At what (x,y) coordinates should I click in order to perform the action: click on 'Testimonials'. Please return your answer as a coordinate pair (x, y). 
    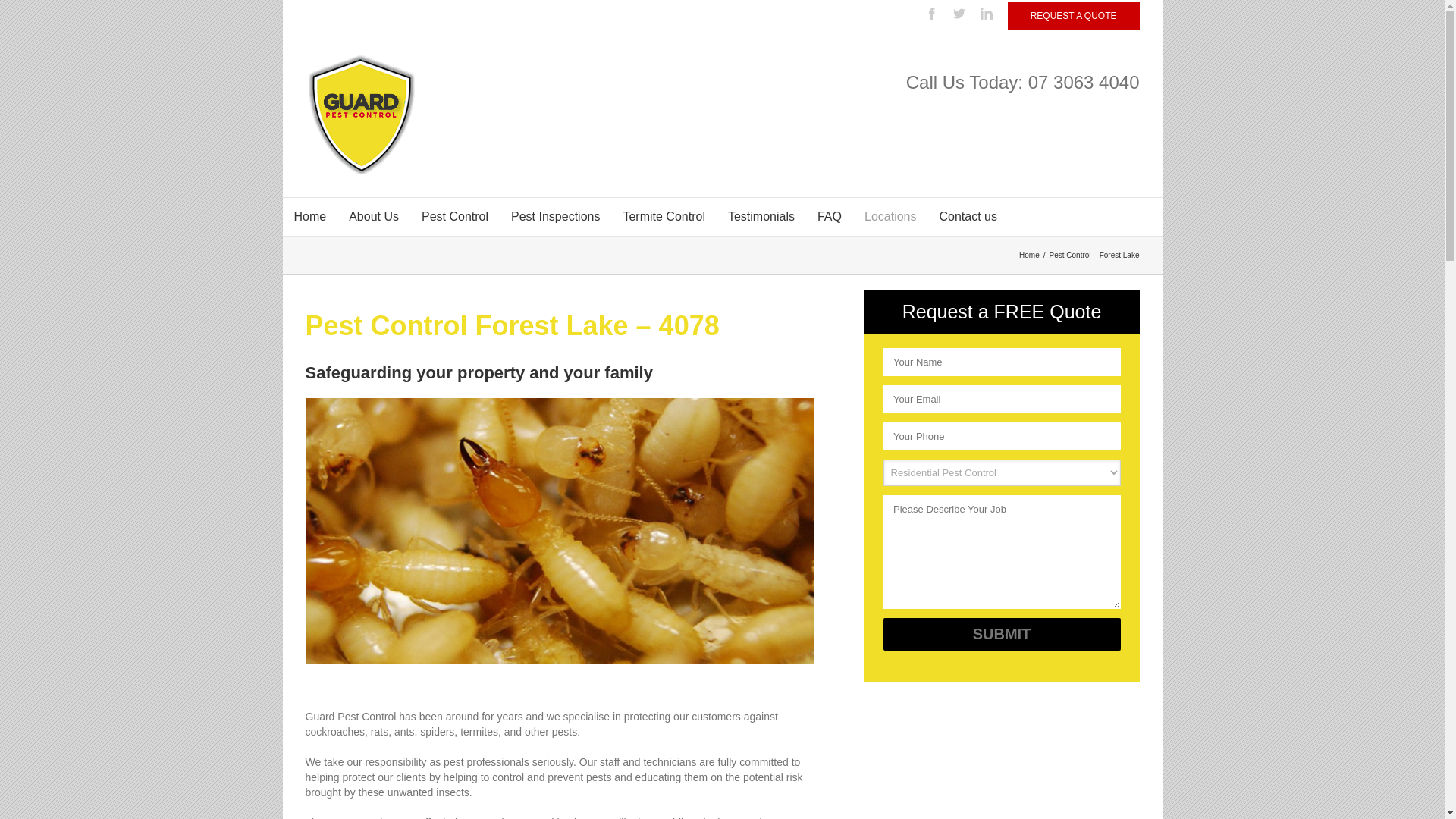
    Looking at the image, I should click on (716, 216).